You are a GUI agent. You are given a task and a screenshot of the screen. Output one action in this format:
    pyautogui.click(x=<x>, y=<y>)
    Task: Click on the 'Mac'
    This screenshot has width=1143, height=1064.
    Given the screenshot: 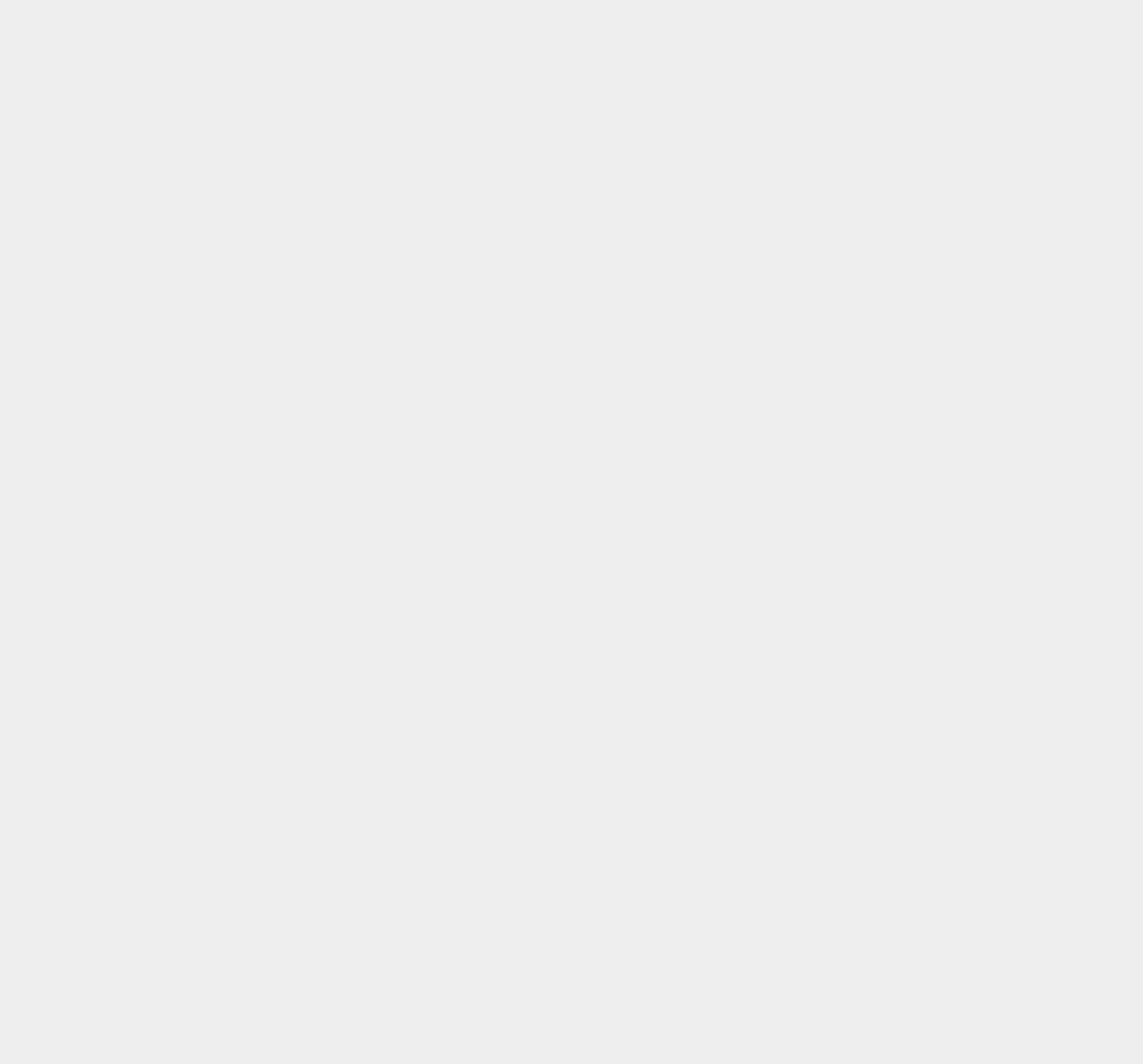 What is the action you would take?
    pyautogui.click(x=807, y=596)
    